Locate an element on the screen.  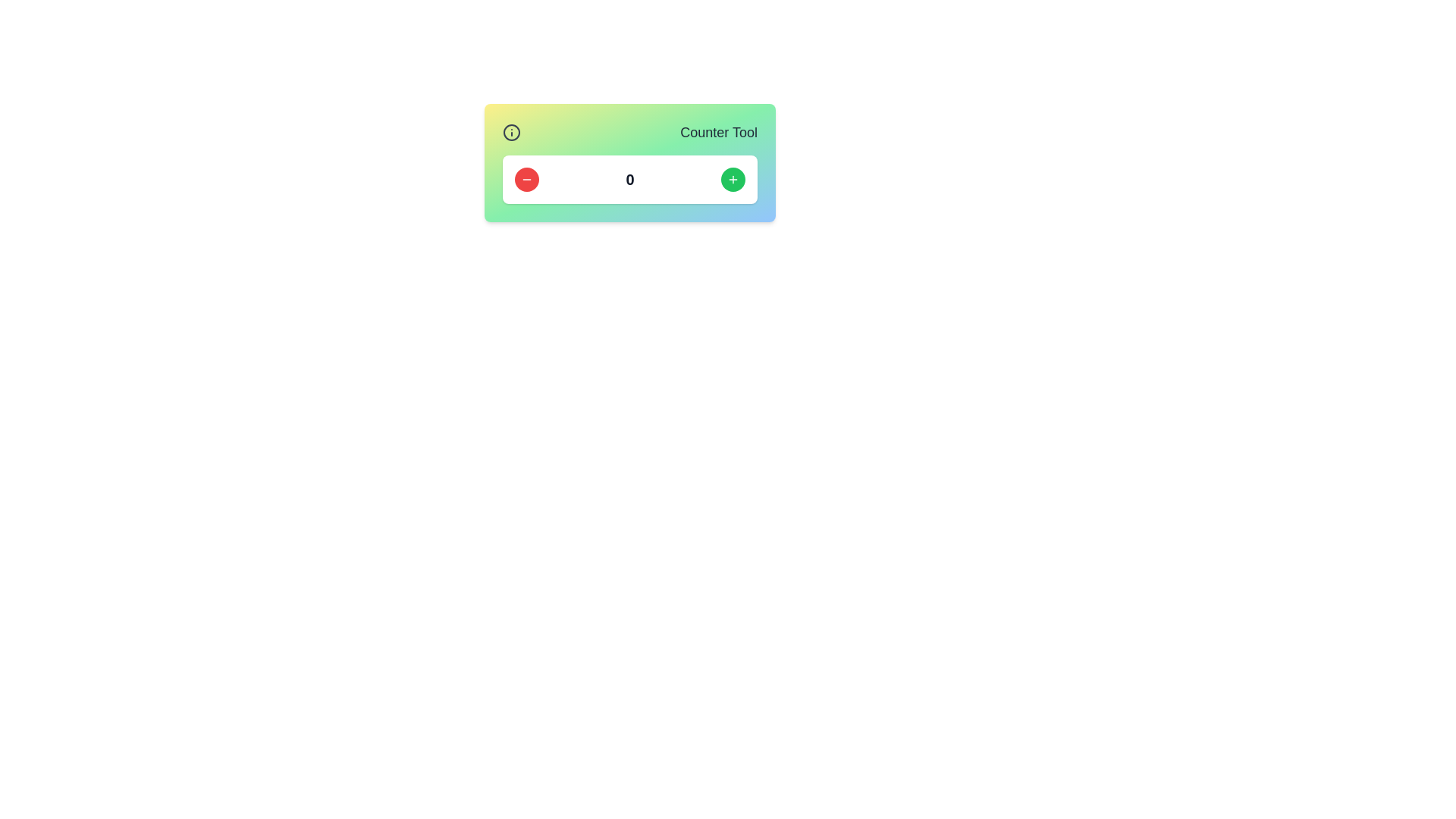
the increment button, which is the rightmost button in the control group is located at coordinates (733, 178).